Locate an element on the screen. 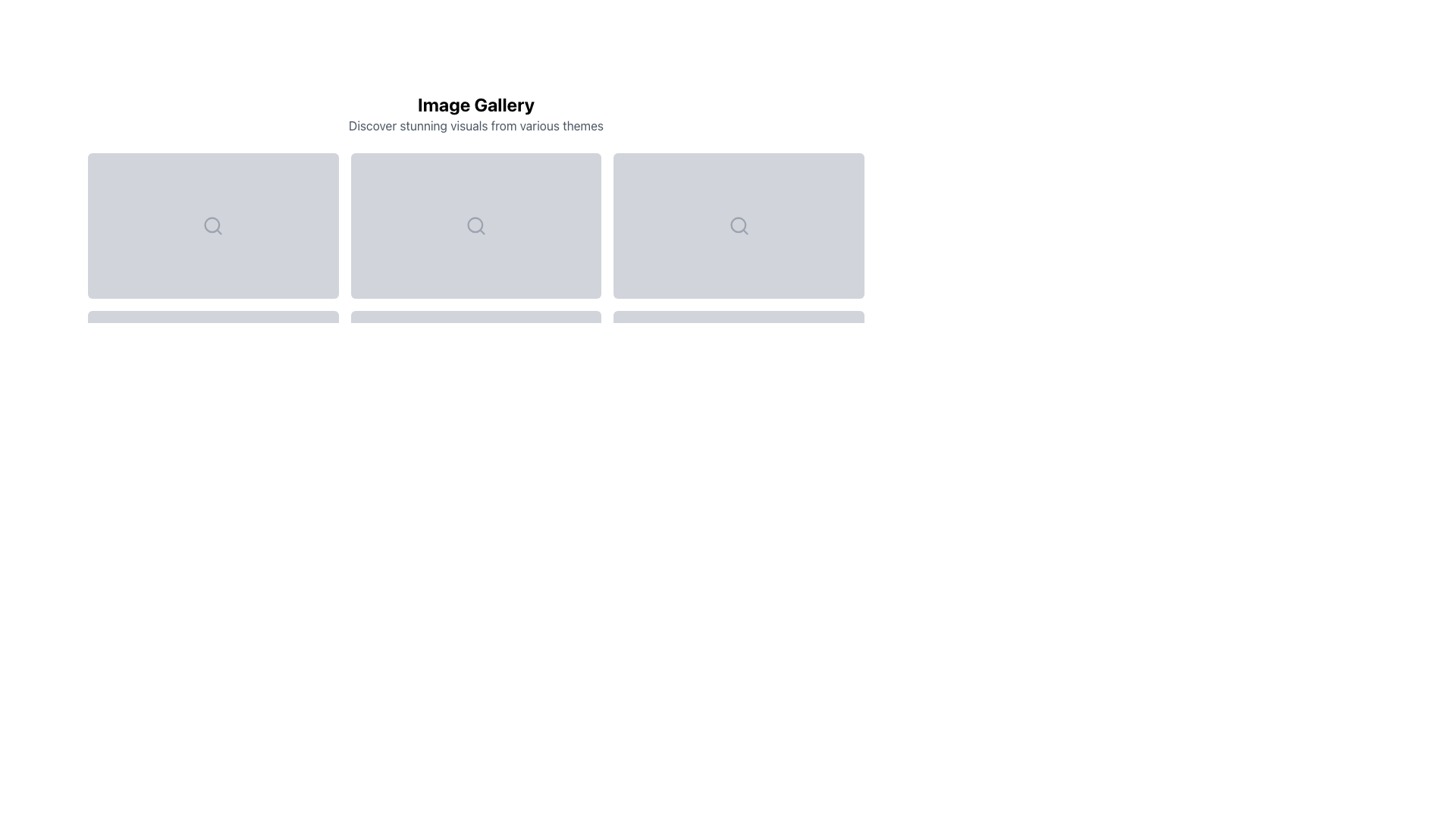  the magnifying glass icon, which is a minimalistic light gray circular design with a handle pointing downward to the right, to initiate the search action is located at coordinates (475, 225).